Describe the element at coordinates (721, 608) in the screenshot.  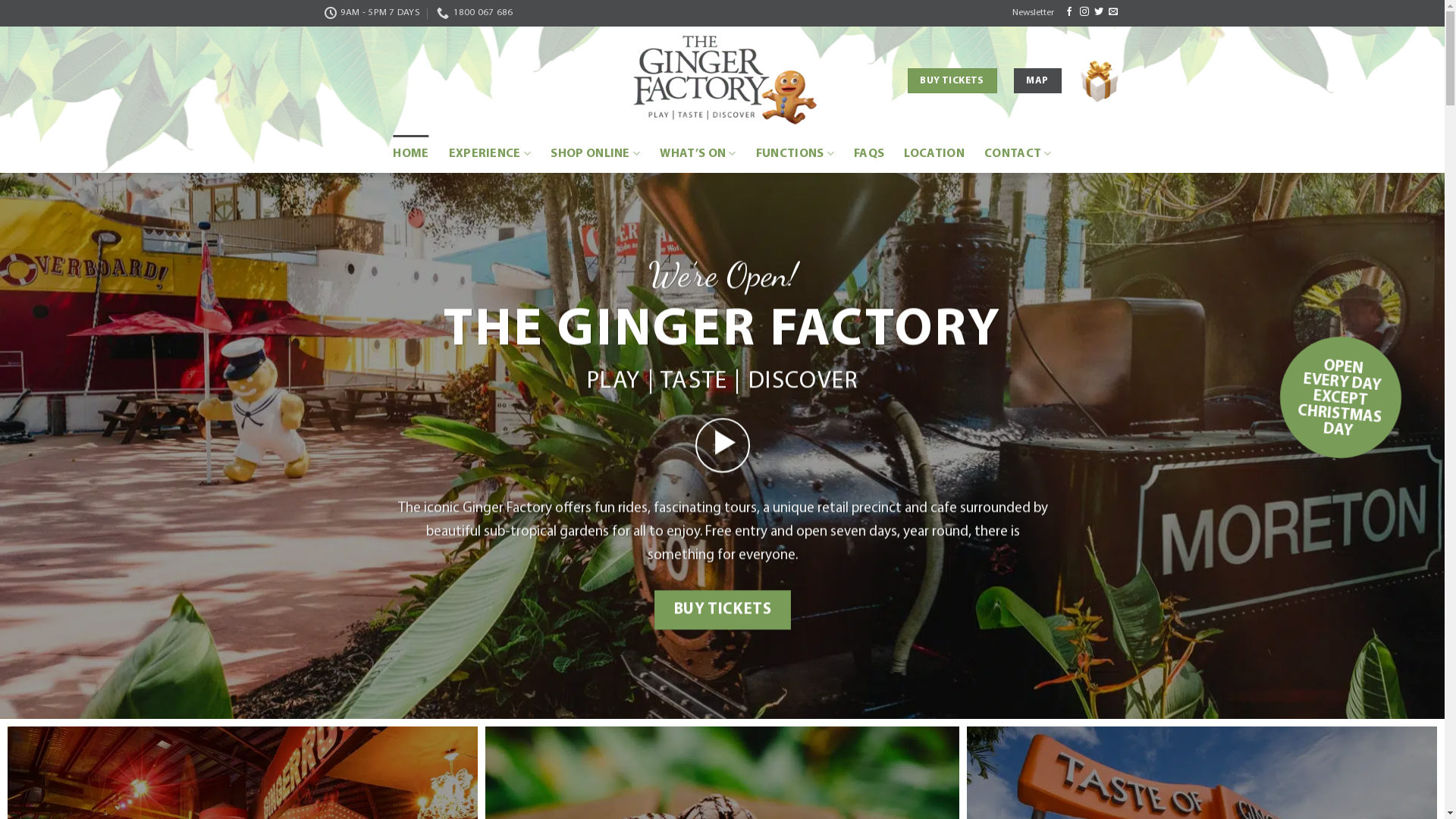
I see `'BUY TICKETS'` at that location.